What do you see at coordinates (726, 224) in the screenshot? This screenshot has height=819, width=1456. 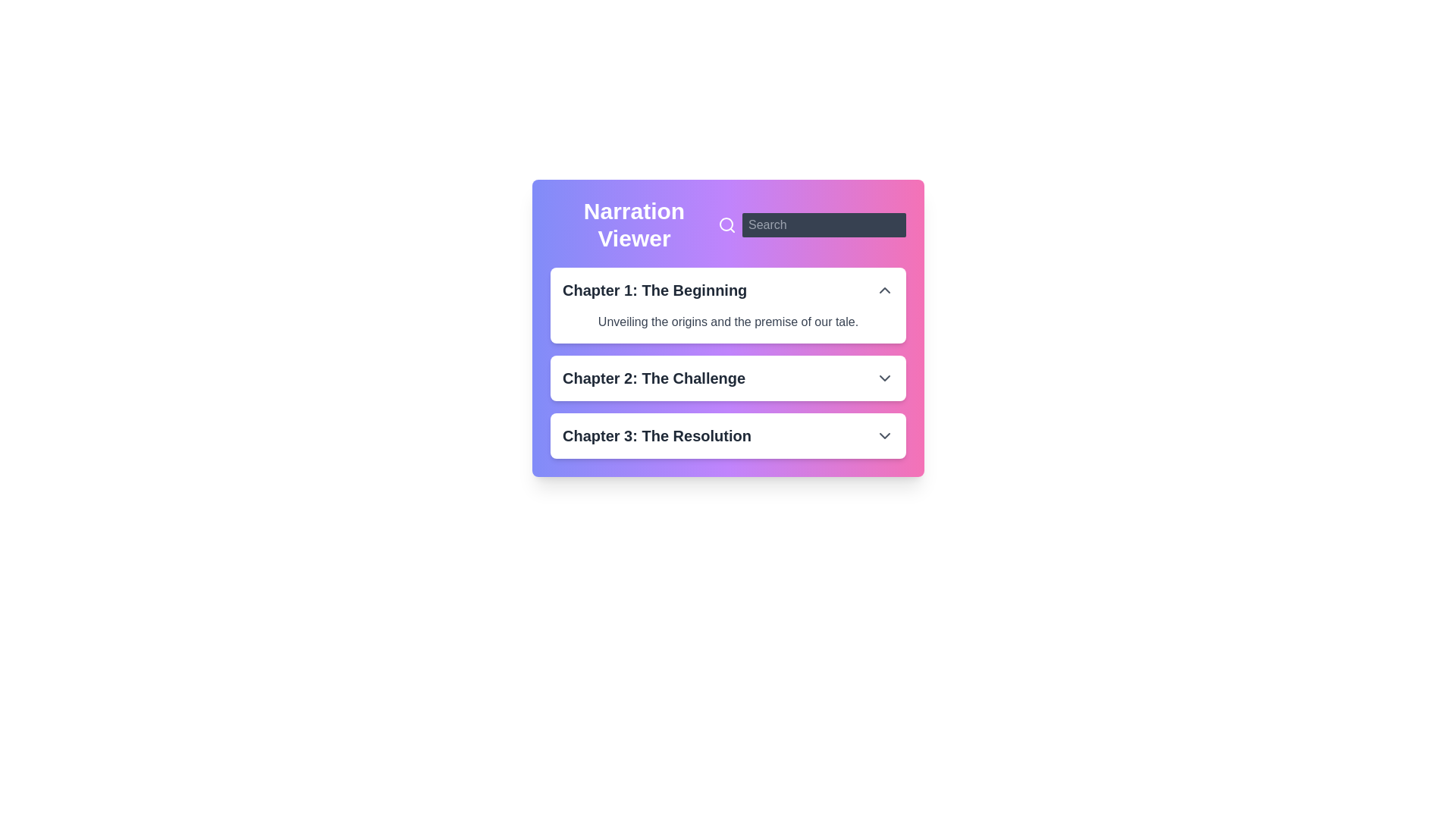 I see `the circular decorative component of the search icon located near the top-right corner of the interface` at bounding box center [726, 224].